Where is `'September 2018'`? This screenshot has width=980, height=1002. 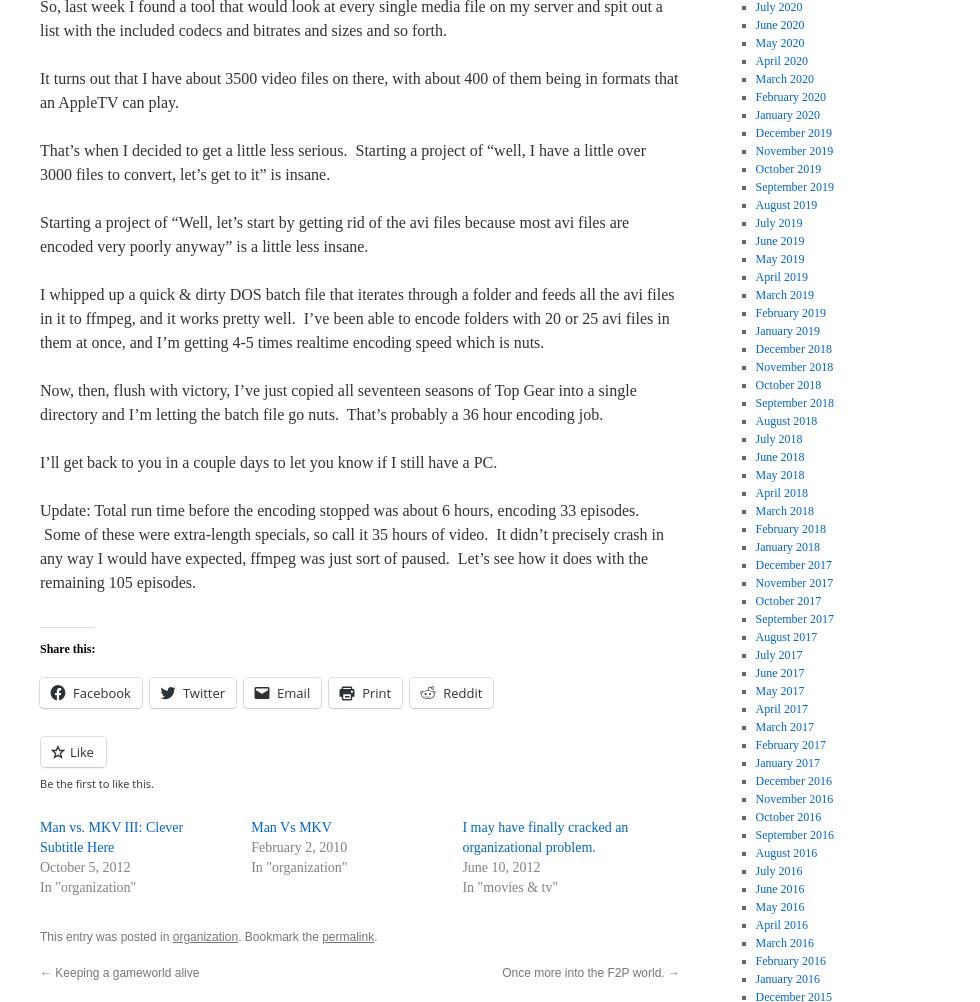 'September 2018' is located at coordinates (793, 403).